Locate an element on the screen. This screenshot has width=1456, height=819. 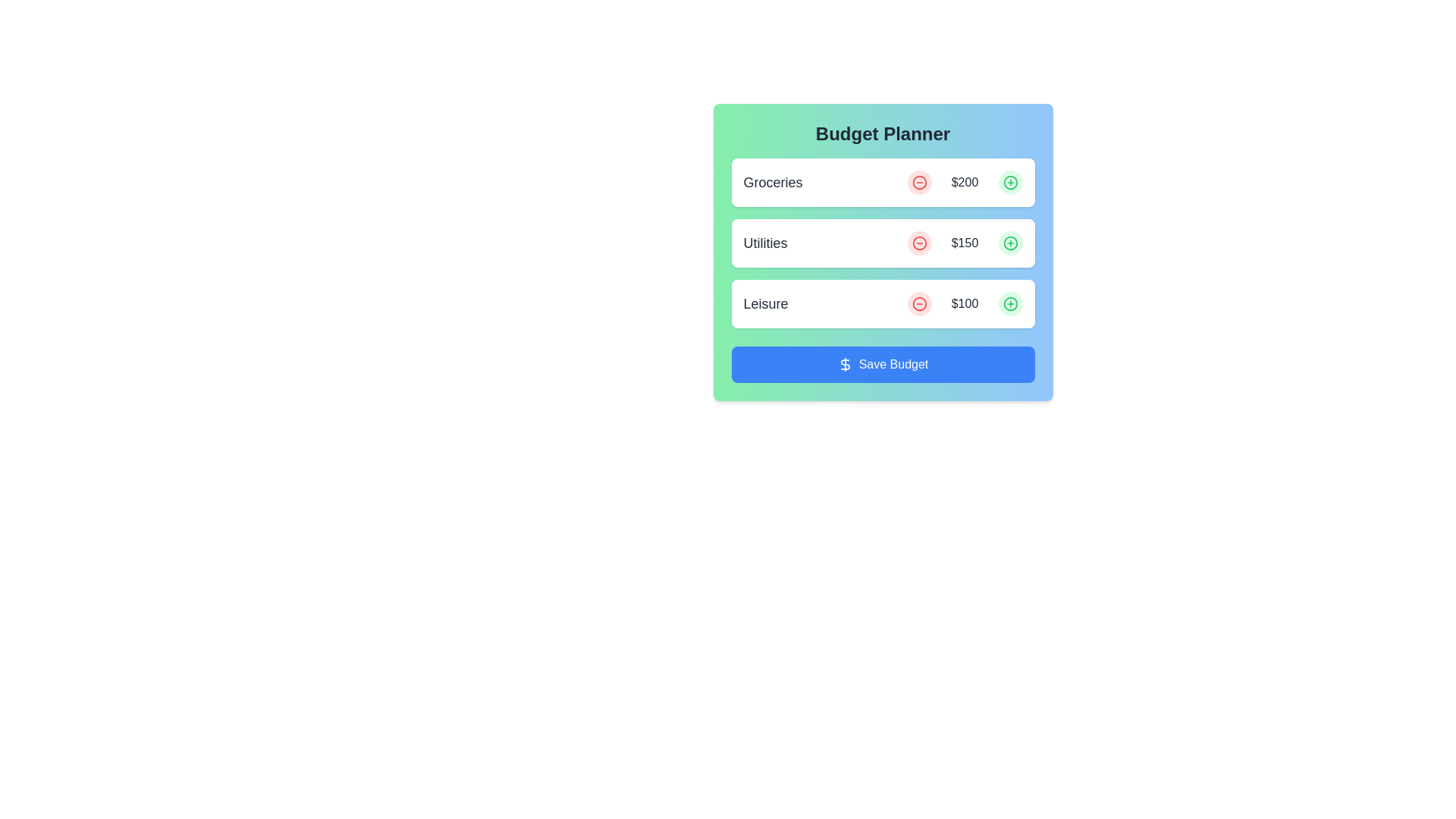
the monetary action icon located to the left of the text label within the 'Save Budget' button is located at coordinates (844, 365).